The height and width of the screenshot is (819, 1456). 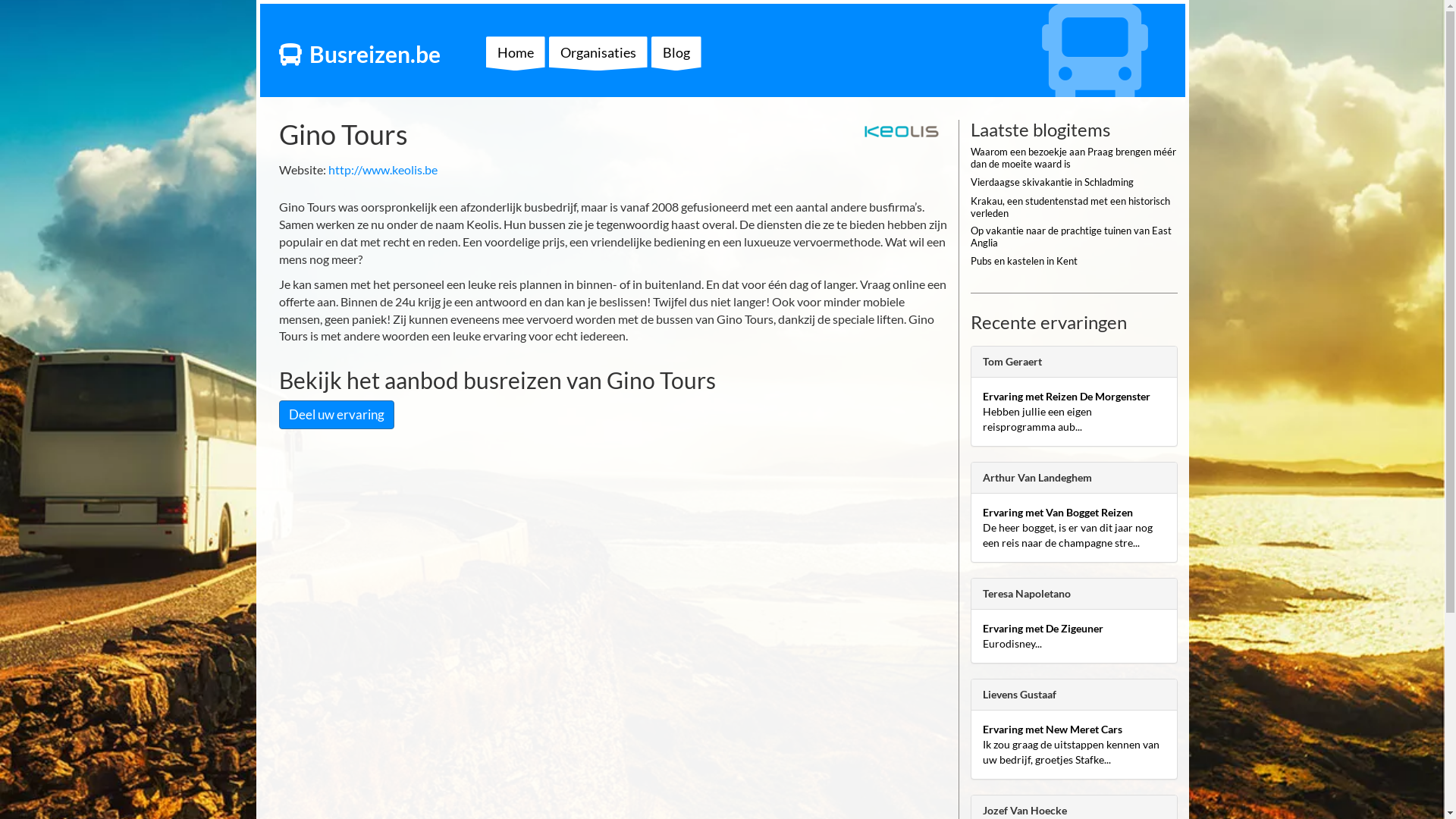 What do you see at coordinates (1073, 210) in the screenshot?
I see `'Krakau, een studentenstad met een historisch verleden'` at bounding box center [1073, 210].